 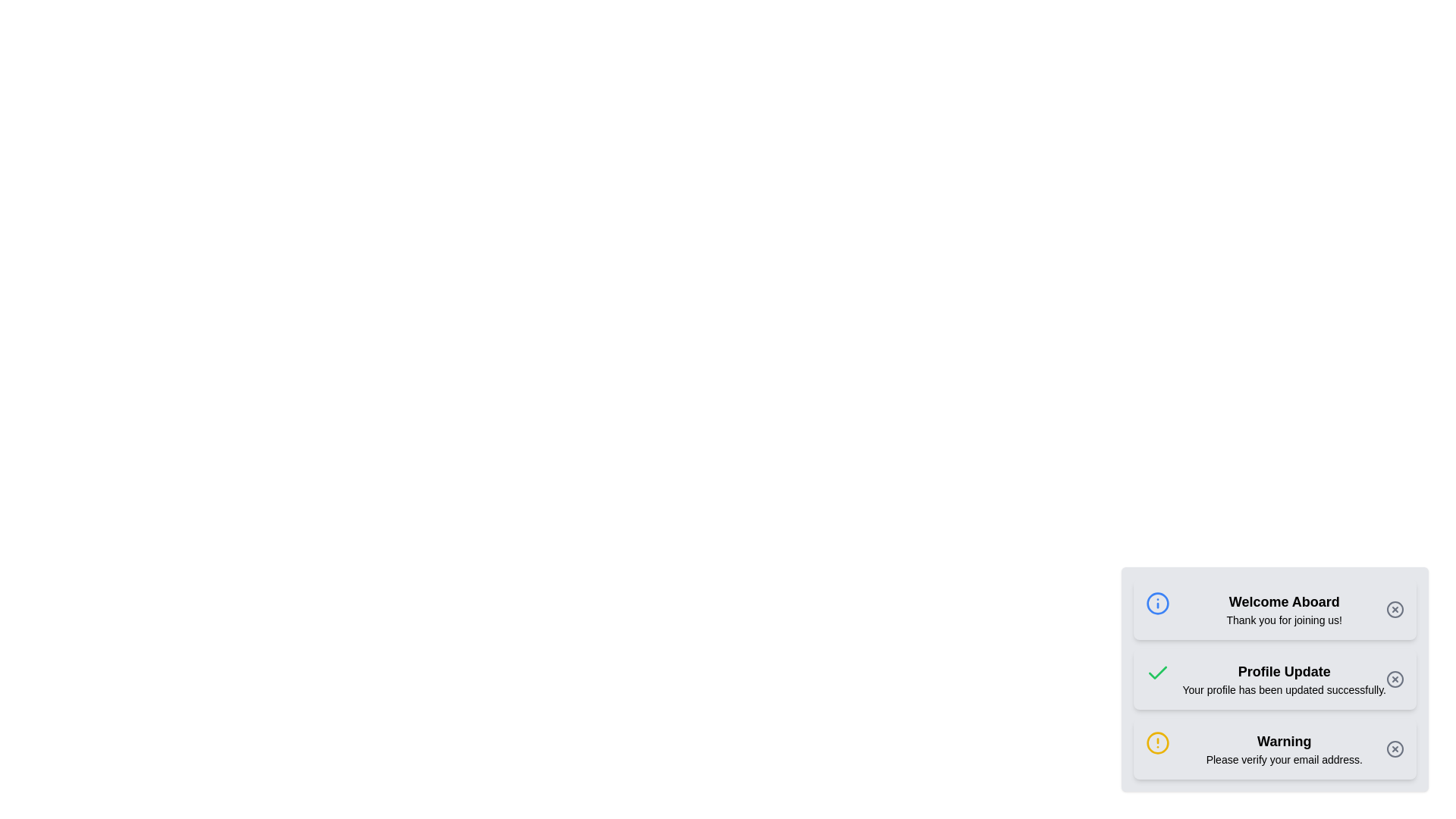 I want to click on and comprehend the warning in the notification message that alerts users about the necessity of verifying their email address, which is located in the third notification card of a vertically stacked list of notifications, so click(x=1283, y=748).